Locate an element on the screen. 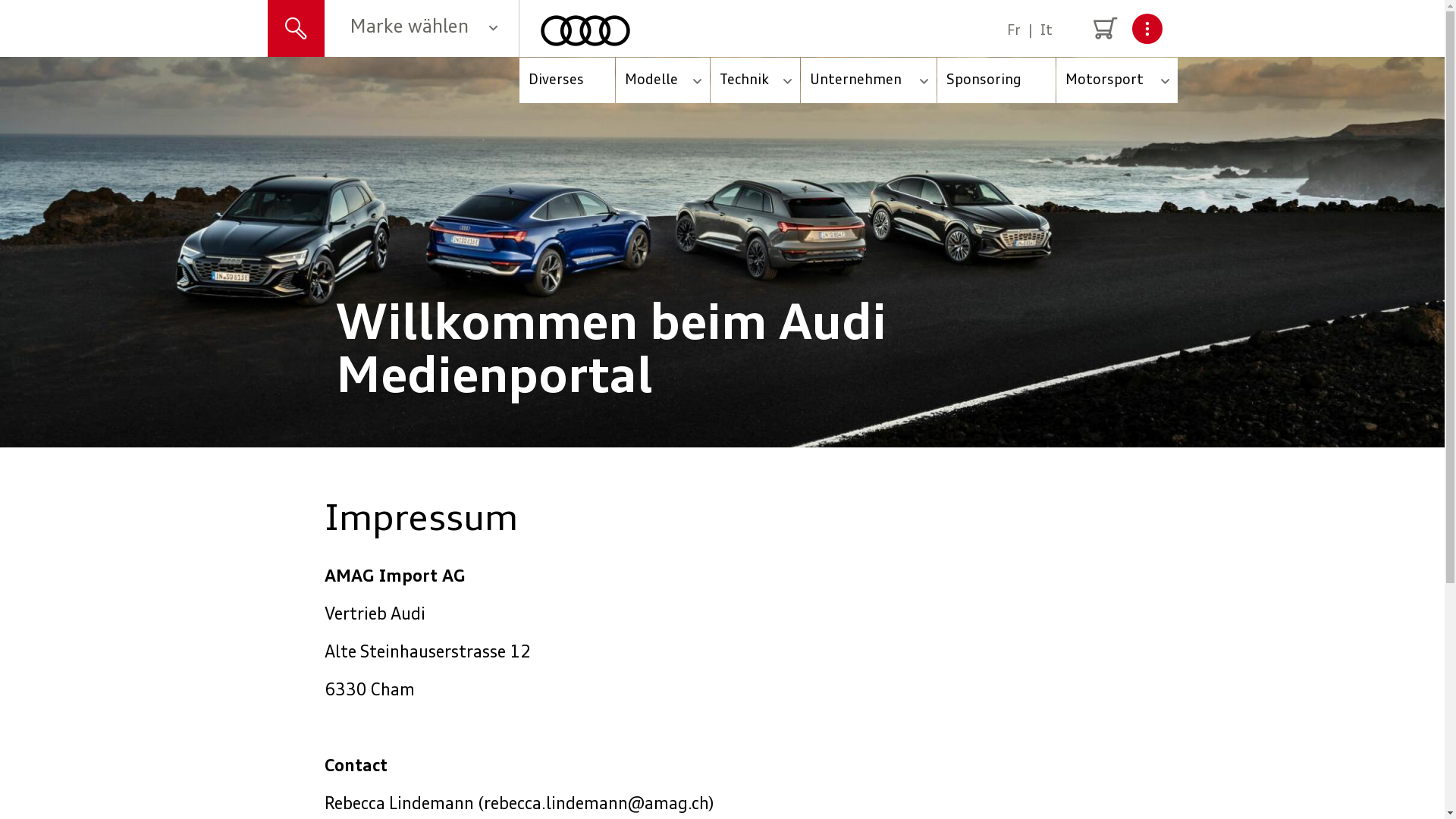  'Fr' is located at coordinates (1014, 31).